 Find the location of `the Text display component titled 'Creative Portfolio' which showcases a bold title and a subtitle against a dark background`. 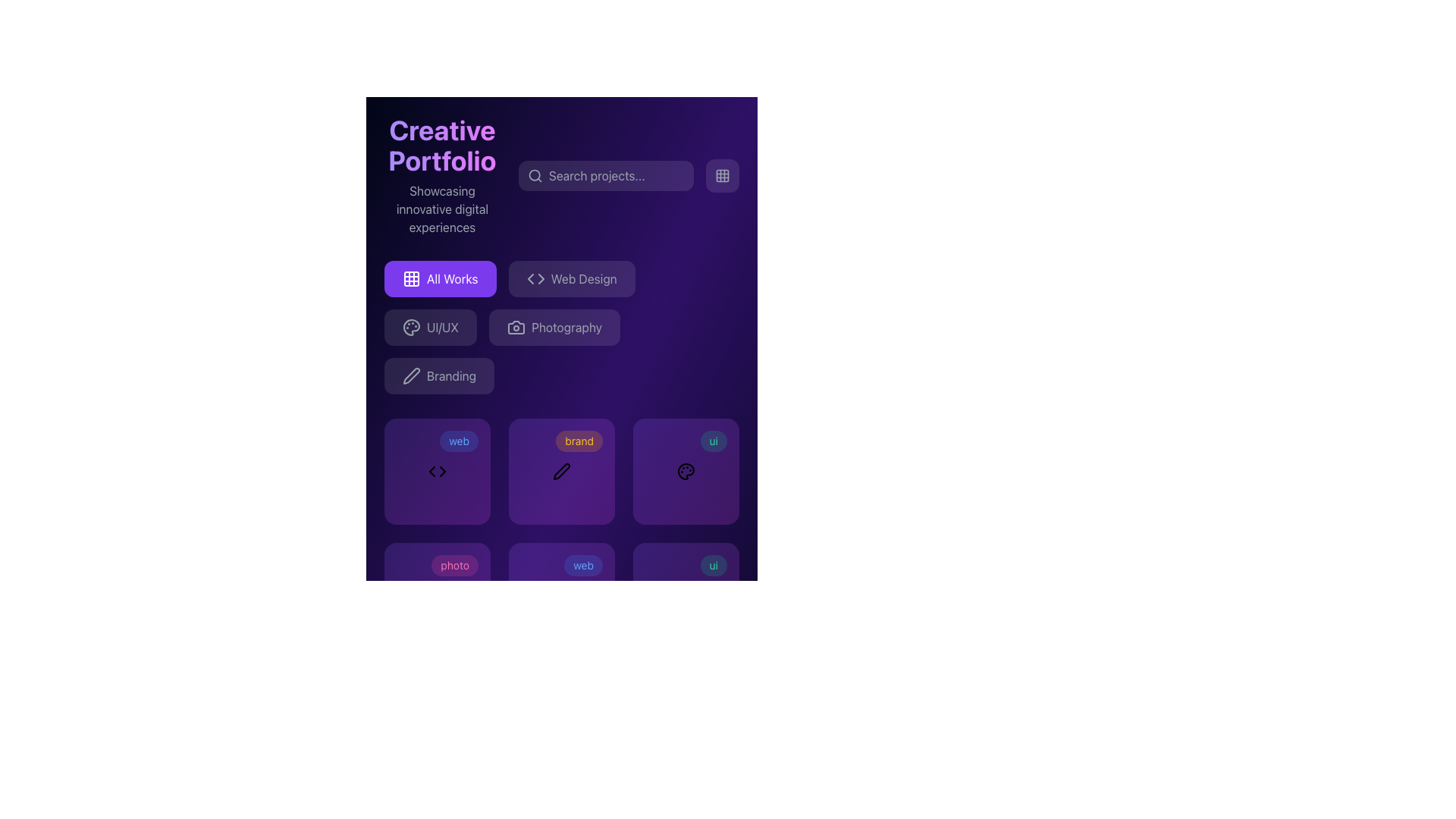

the Text display component titled 'Creative Portfolio' which showcases a bold title and a subtitle against a dark background is located at coordinates (441, 174).